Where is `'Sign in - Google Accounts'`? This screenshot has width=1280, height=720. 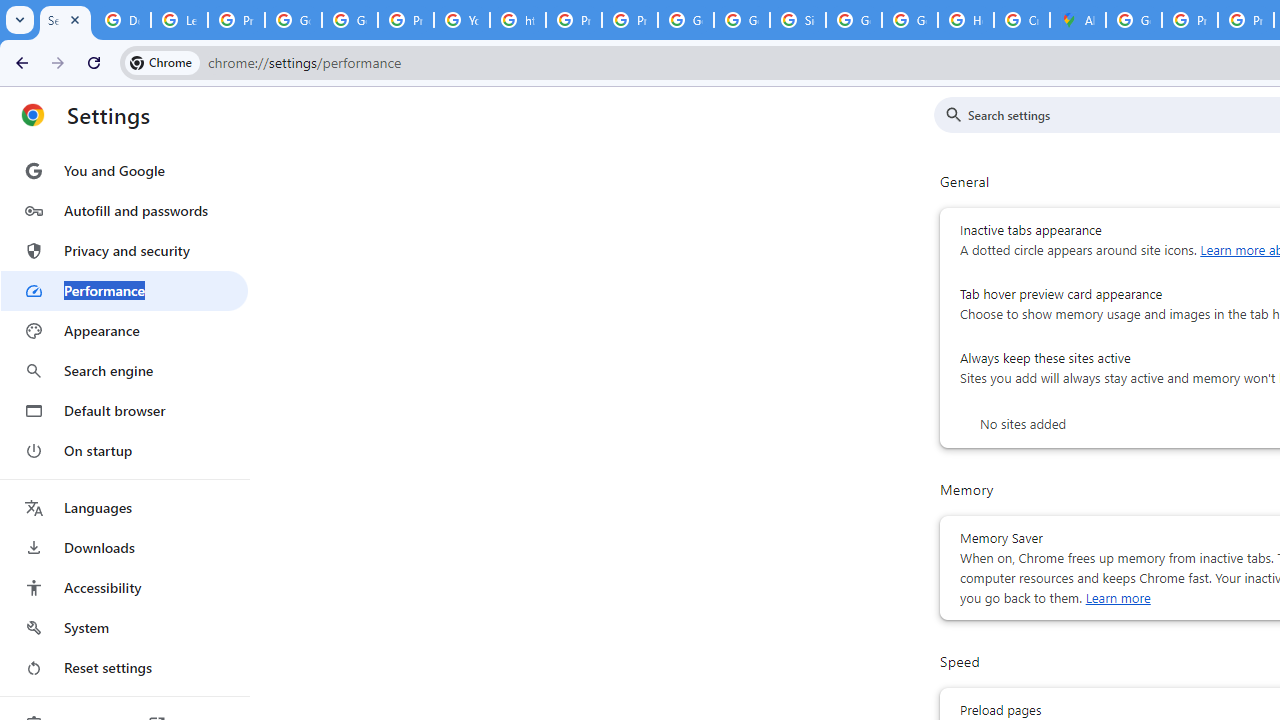 'Sign in - Google Accounts' is located at coordinates (797, 20).